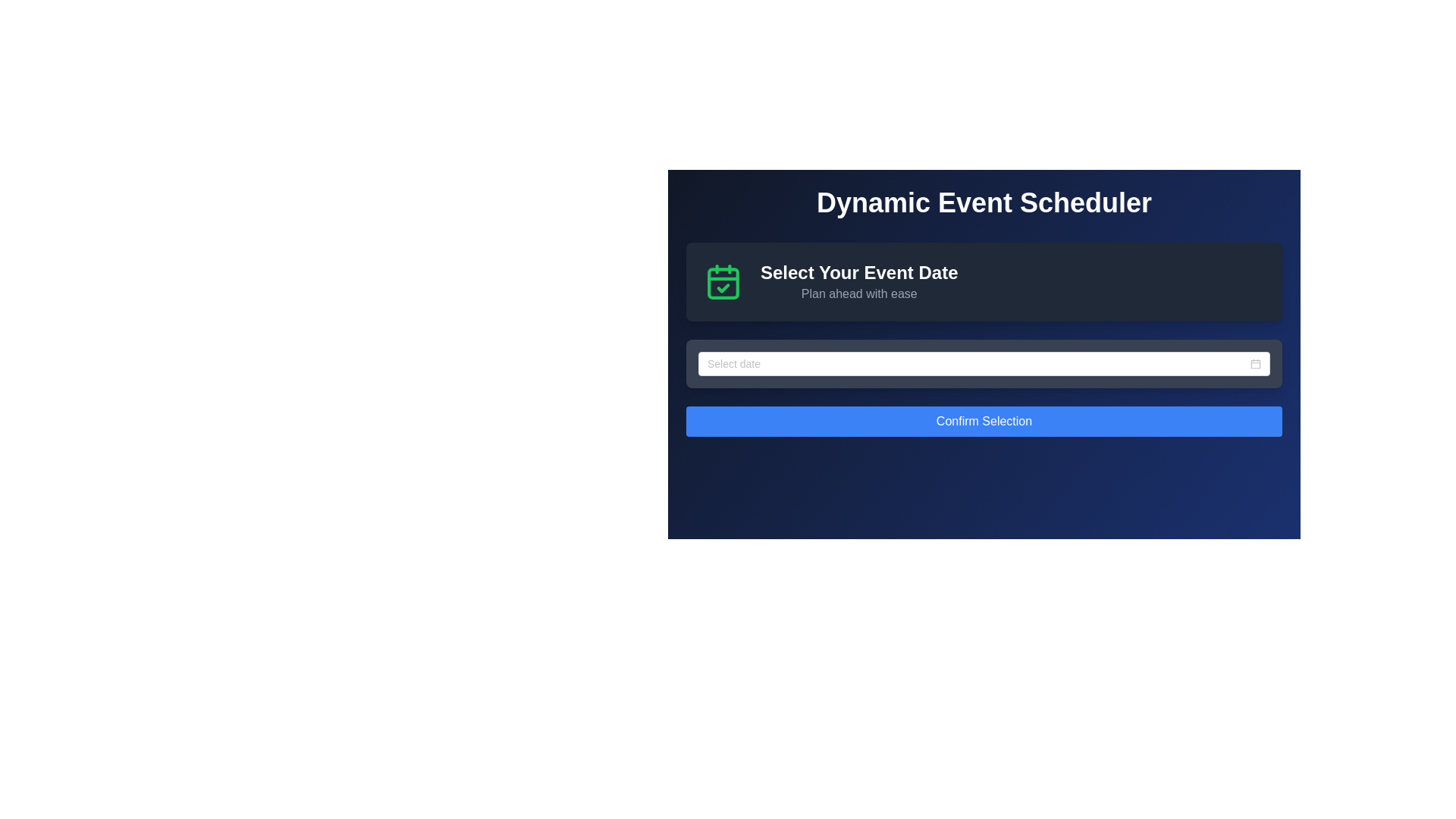  What do you see at coordinates (723, 281) in the screenshot?
I see `the calendar icon with a checkmark, which is located to the left of the 'Select Your Event Date' heading and the associated subtext, to trigger tooltips or effects` at bounding box center [723, 281].